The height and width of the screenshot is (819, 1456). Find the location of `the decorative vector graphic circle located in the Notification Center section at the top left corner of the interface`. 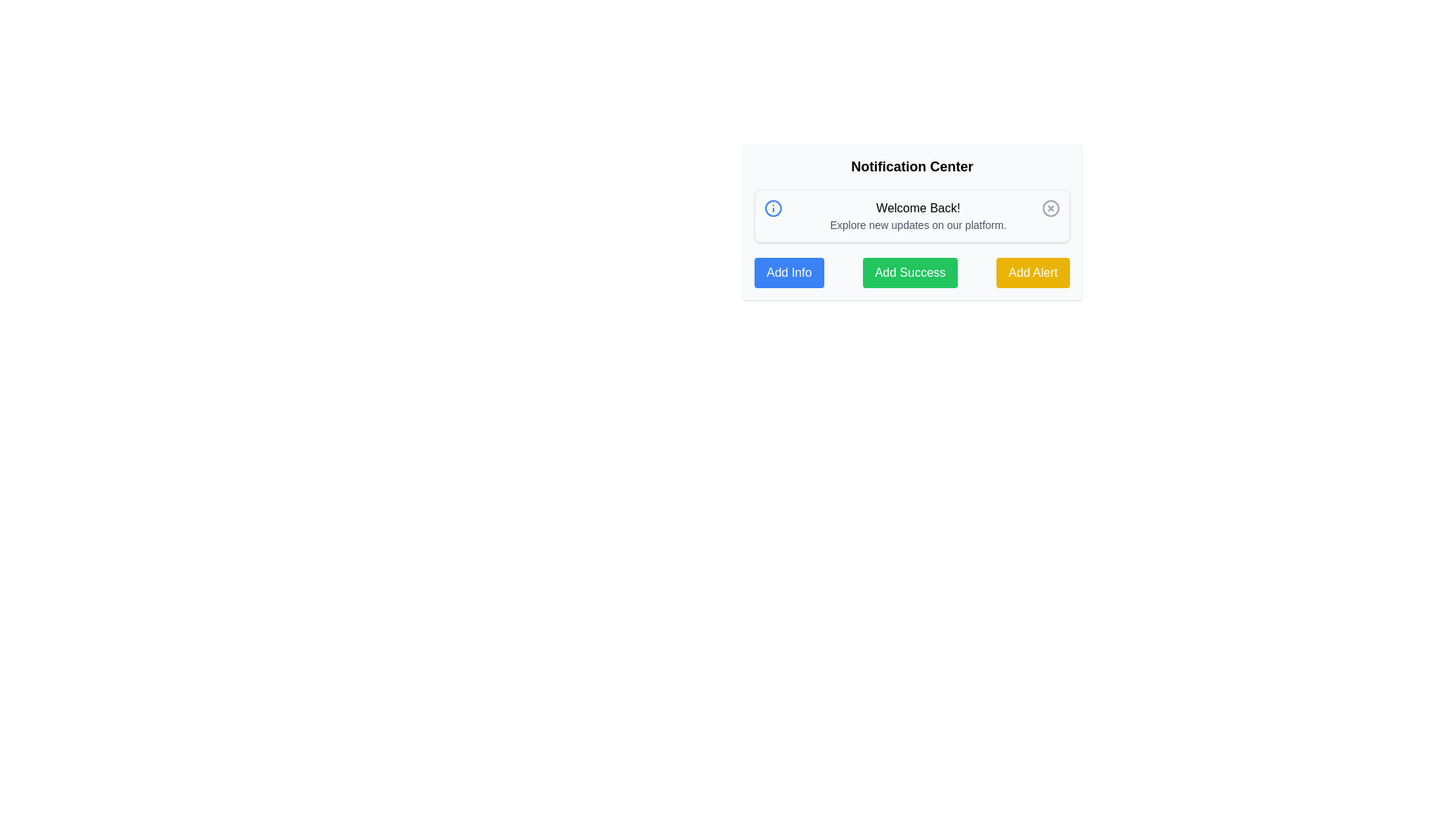

the decorative vector graphic circle located in the Notification Center section at the top left corner of the interface is located at coordinates (773, 208).